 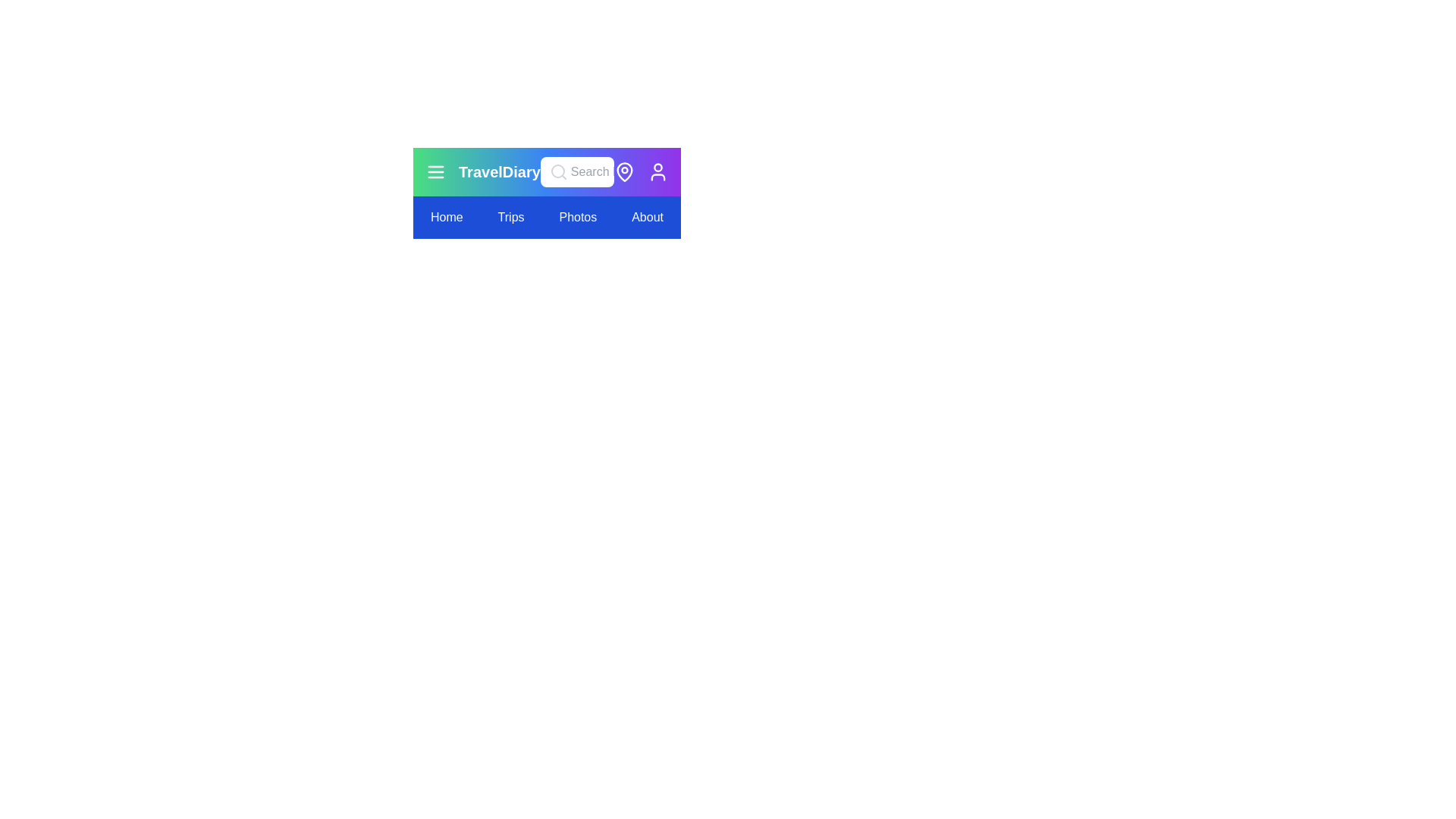 What do you see at coordinates (446, 217) in the screenshot?
I see `the navigation menu item Home to navigate to the respective section` at bounding box center [446, 217].